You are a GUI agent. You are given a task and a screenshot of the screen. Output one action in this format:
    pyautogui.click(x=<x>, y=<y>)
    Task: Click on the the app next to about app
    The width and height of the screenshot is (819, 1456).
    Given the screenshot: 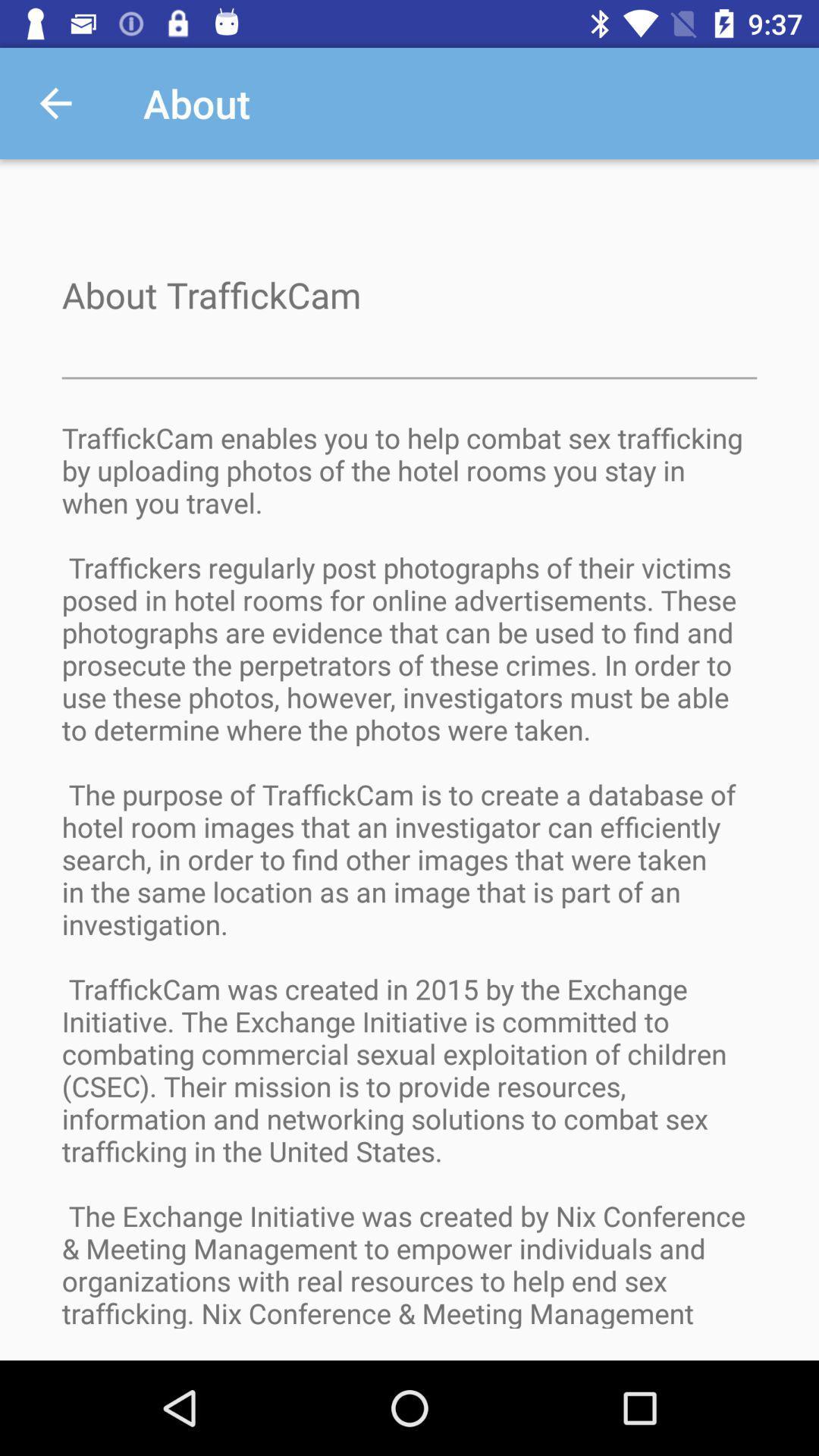 What is the action you would take?
    pyautogui.click(x=55, y=102)
    